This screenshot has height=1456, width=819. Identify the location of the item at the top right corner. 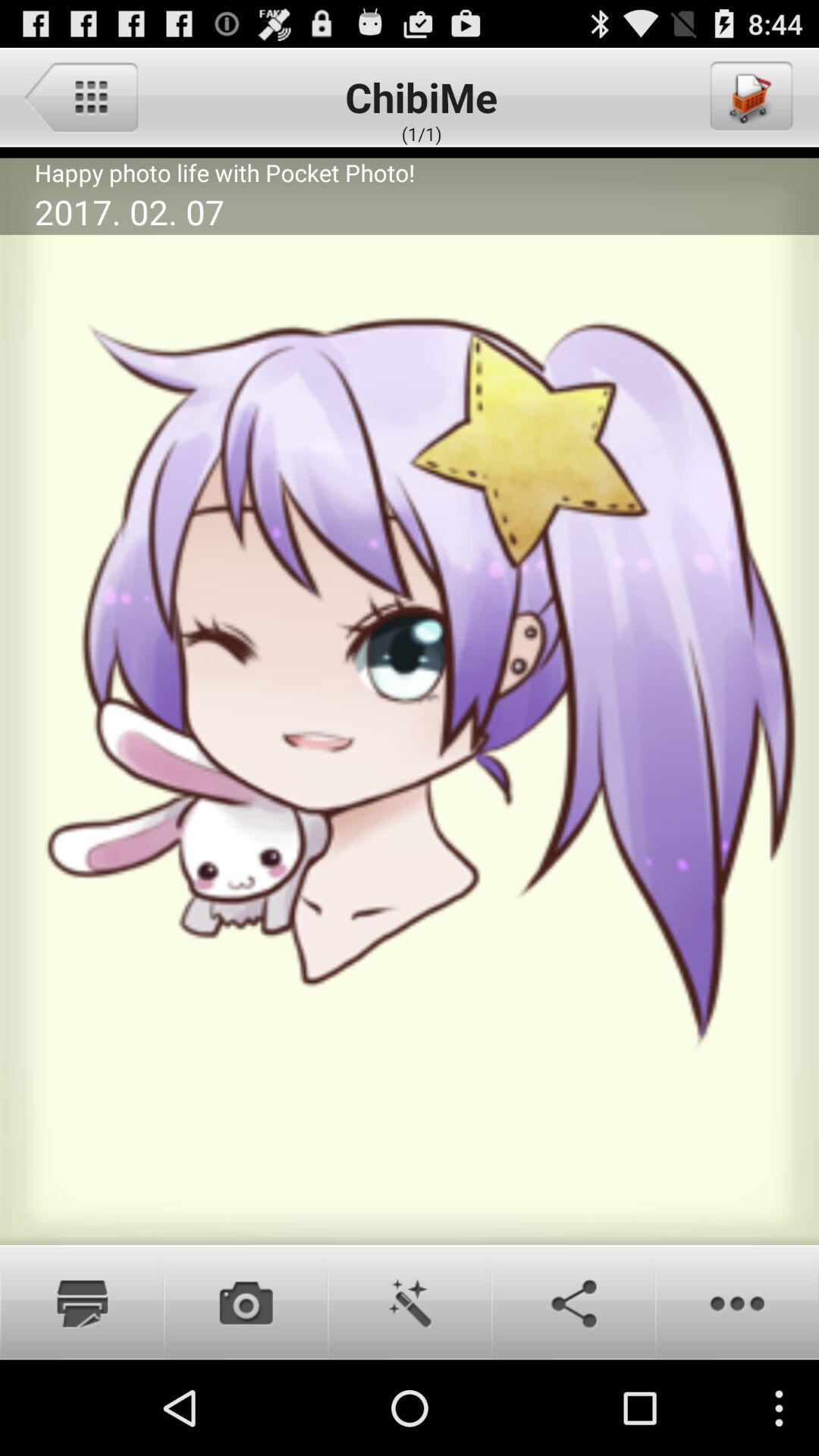
(749, 96).